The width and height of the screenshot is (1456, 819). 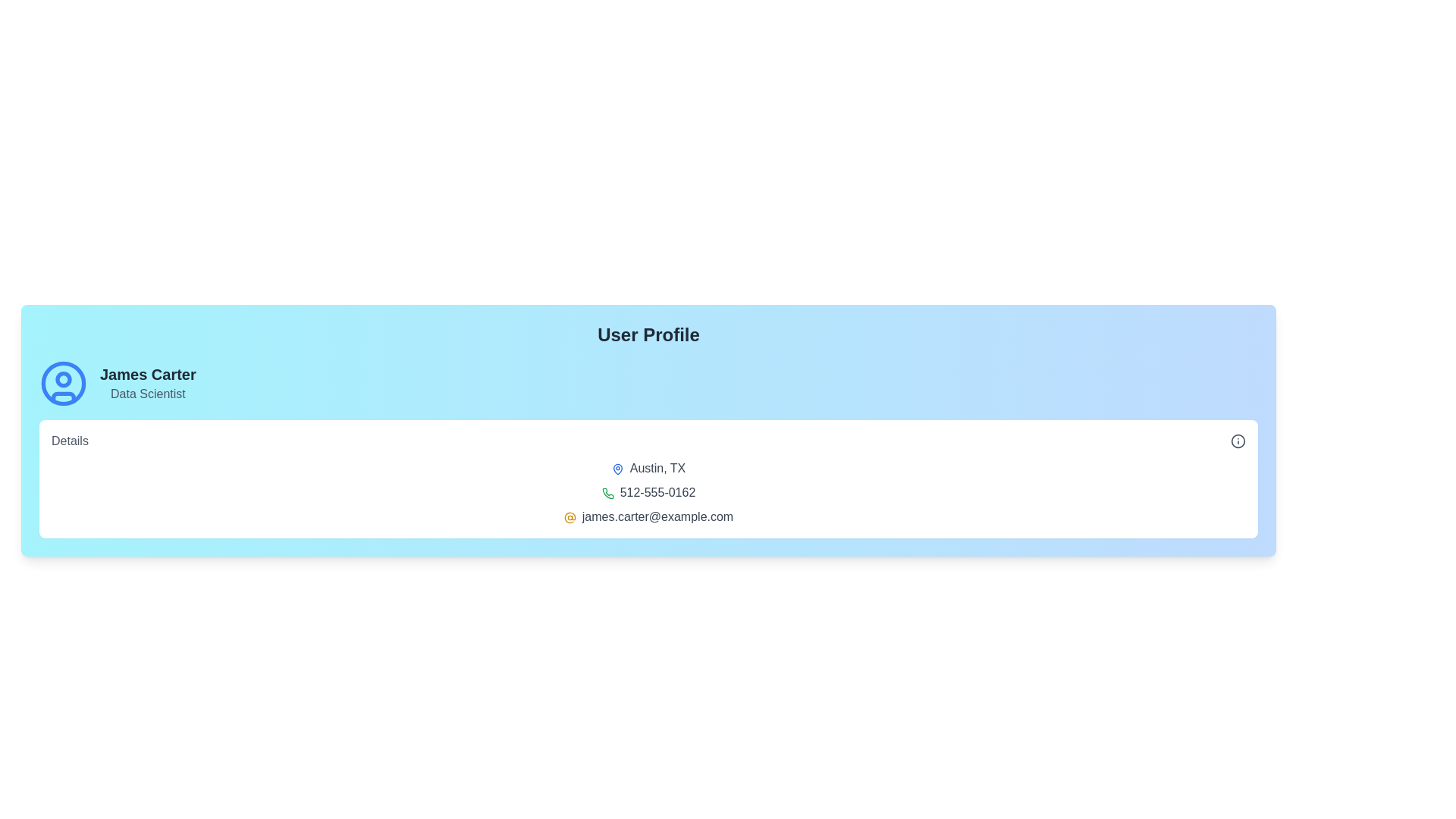 I want to click on the '@' icon element that is part of the email address 'james.carter@example.com', located to the left of the email text in the user profile section, so click(x=569, y=516).